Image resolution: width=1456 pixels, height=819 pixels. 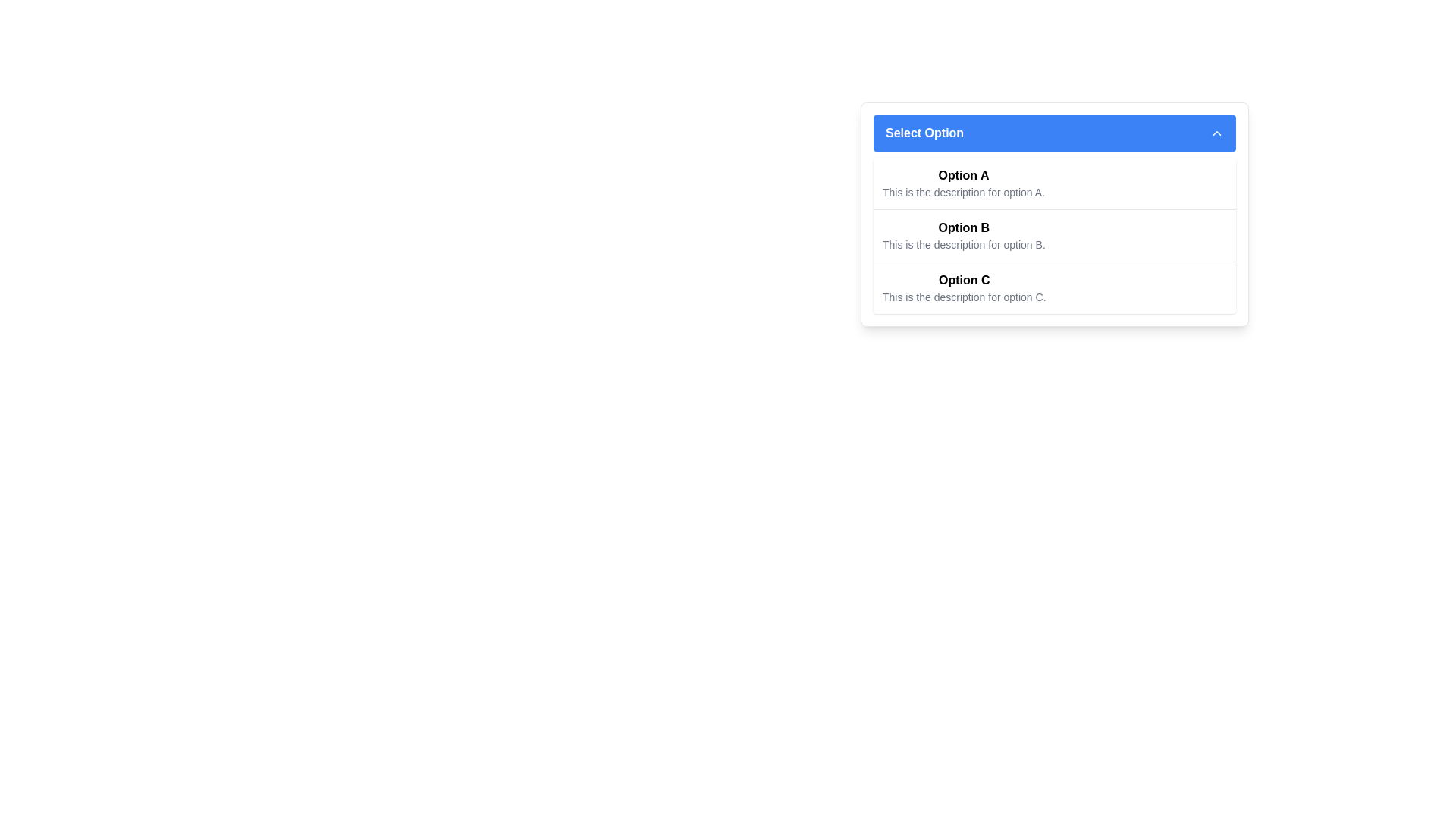 What do you see at coordinates (1054, 288) in the screenshot?
I see `to select the option labeled 'Option C' in the dropdown menu, which is the third selectable option in the list` at bounding box center [1054, 288].